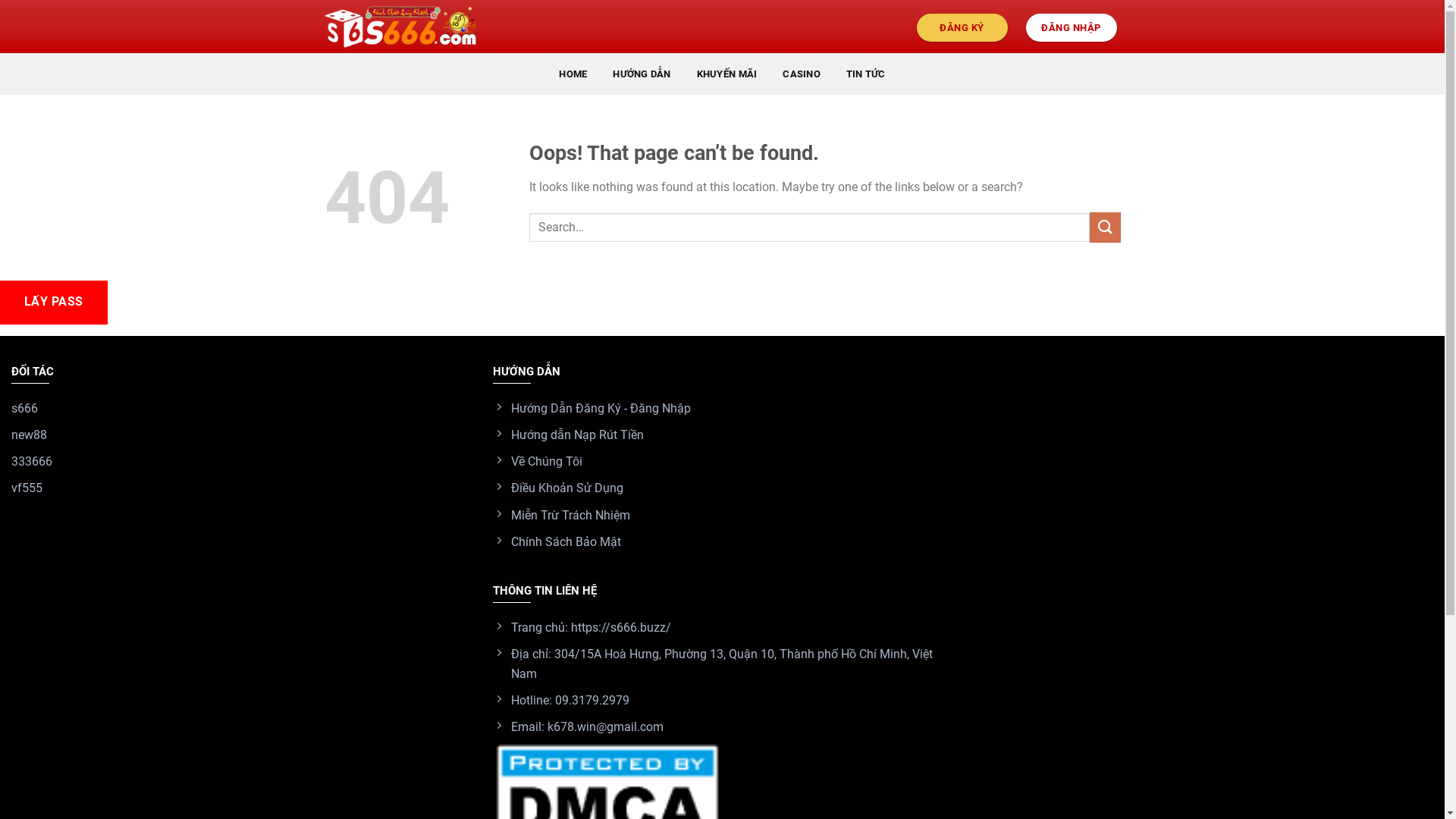 The width and height of the screenshot is (1456, 819). I want to click on 'CASINO', so click(800, 74).